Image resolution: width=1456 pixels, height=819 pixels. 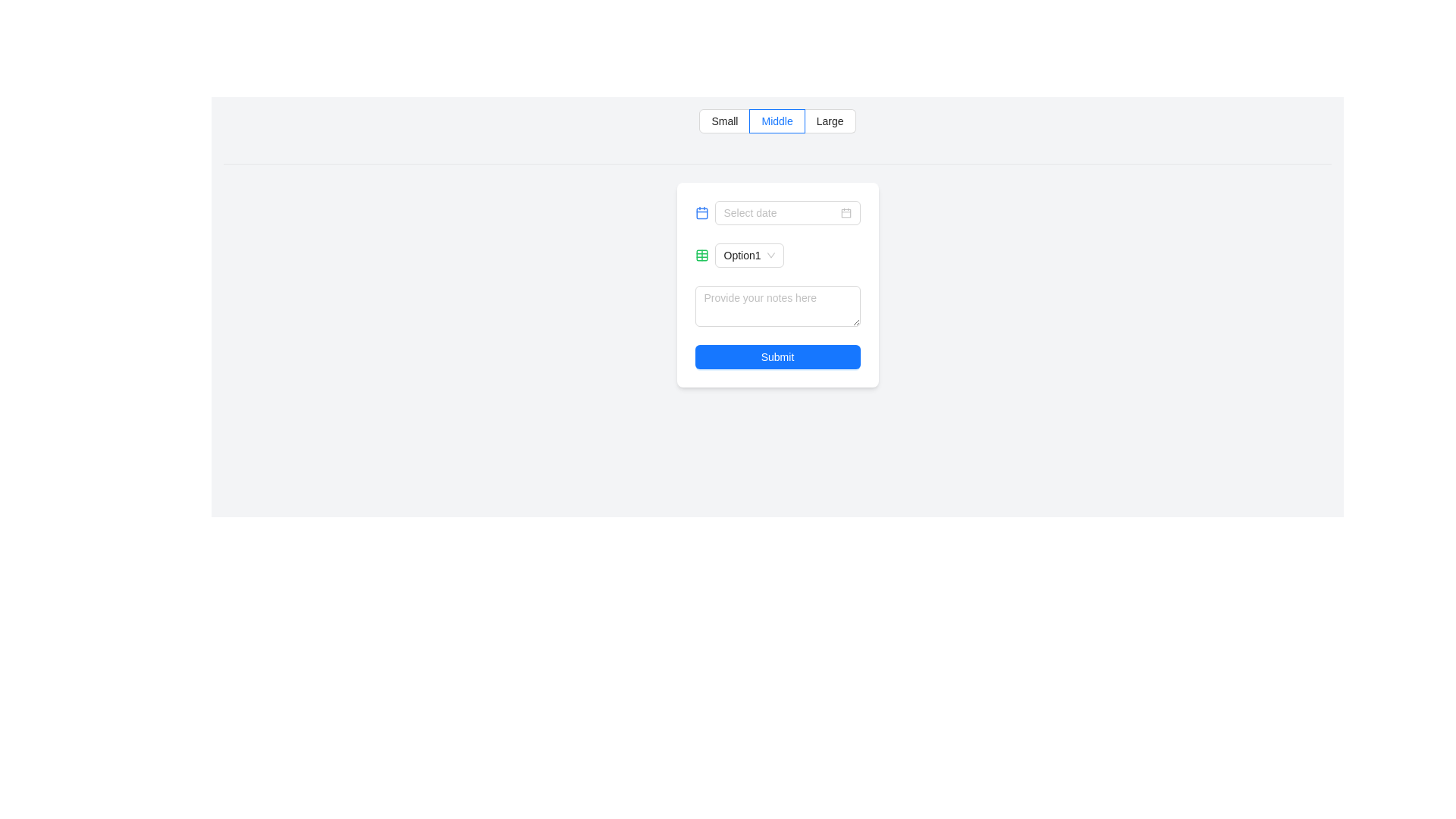 What do you see at coordinates (777, 356) in the screenshot?
I see `the 'Submit' button located at the bottom-center of the form to observe interactive feedback` at bounding box center [777, 356].